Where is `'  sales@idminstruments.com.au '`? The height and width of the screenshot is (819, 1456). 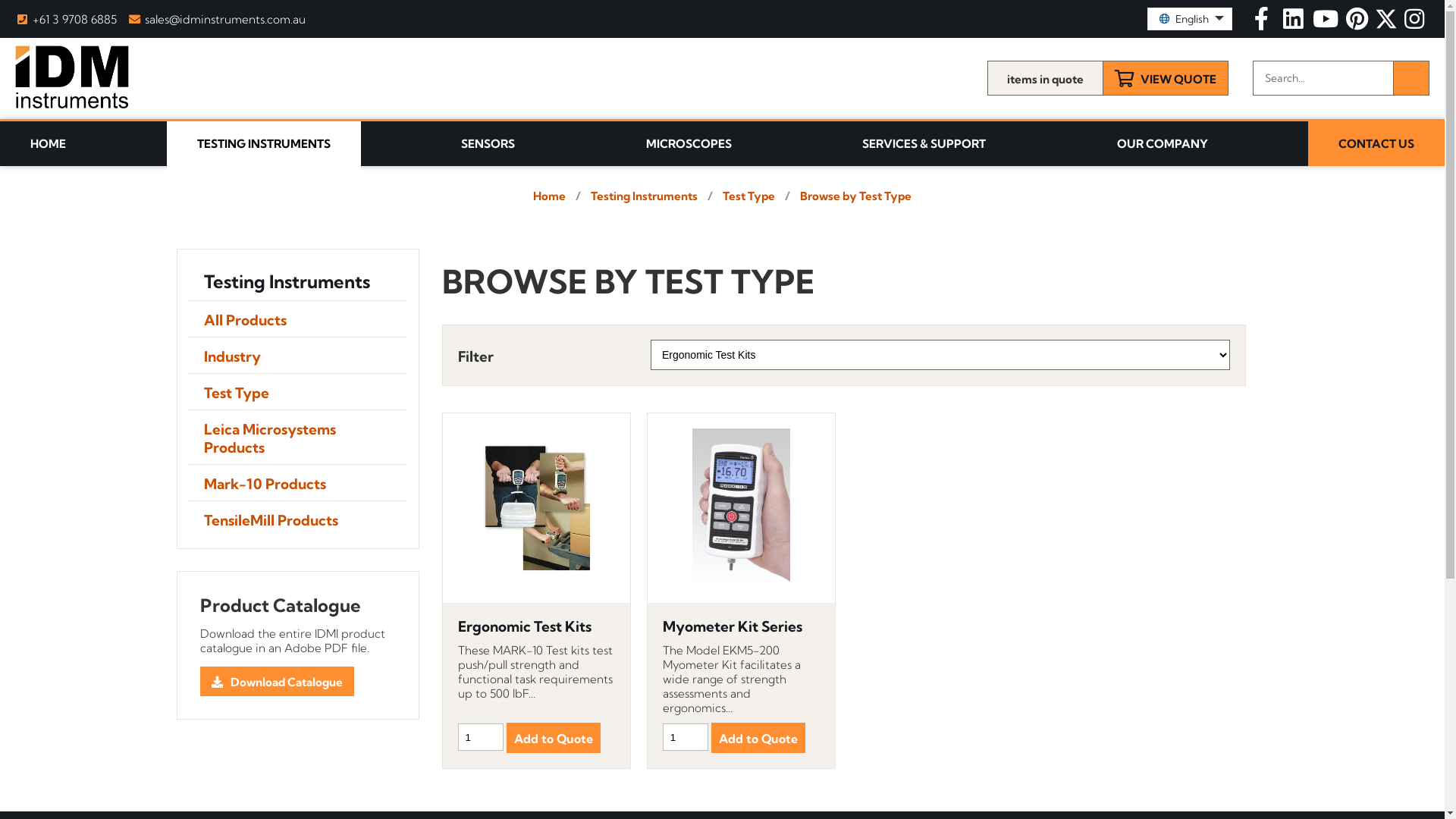
'  sales@idminstruments.com.au ' is located at coordinates (217, 19).